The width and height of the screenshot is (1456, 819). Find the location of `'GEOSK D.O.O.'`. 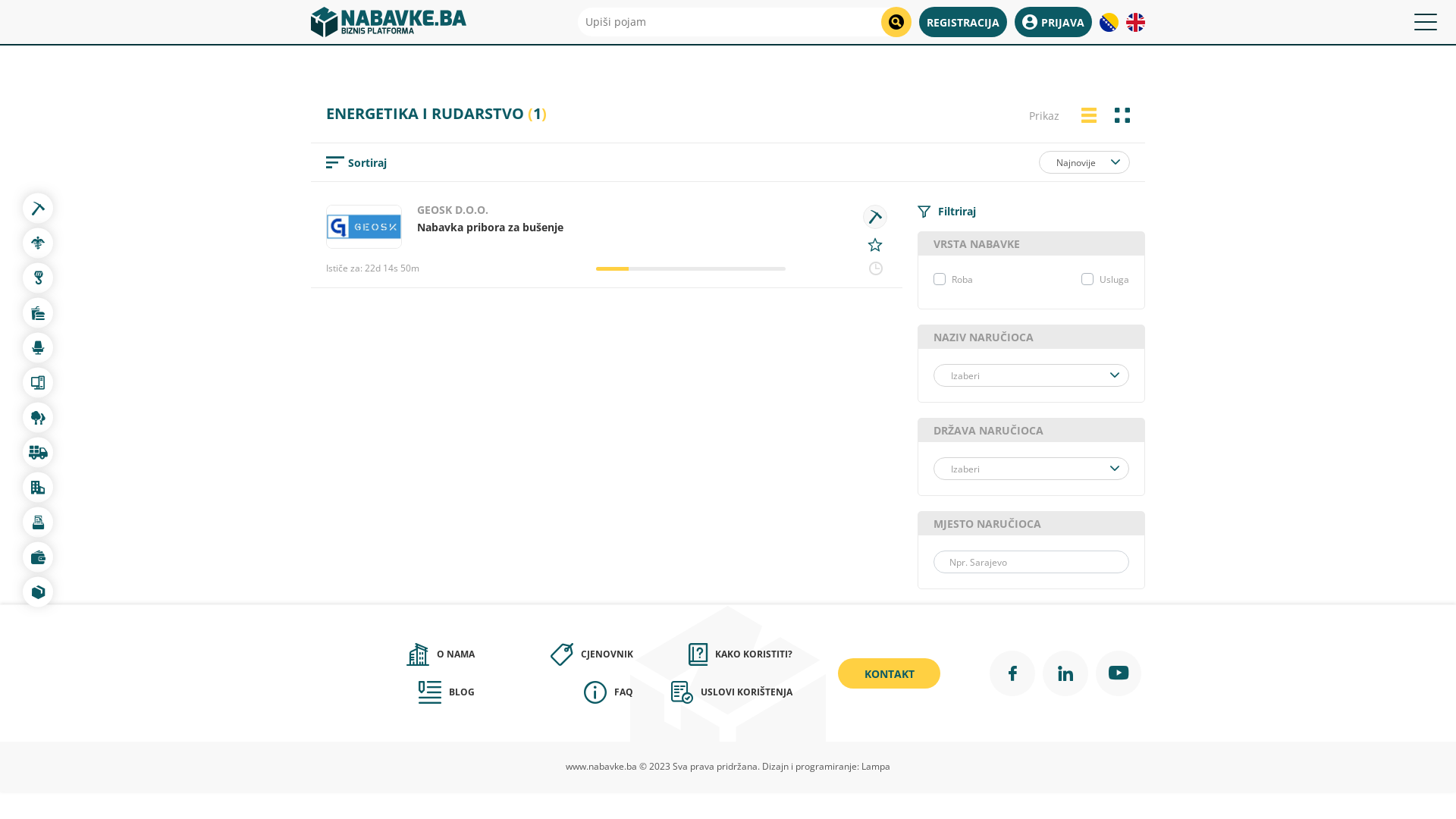

'GEOSK D.O.O.' is located at coordinates (451, 209).